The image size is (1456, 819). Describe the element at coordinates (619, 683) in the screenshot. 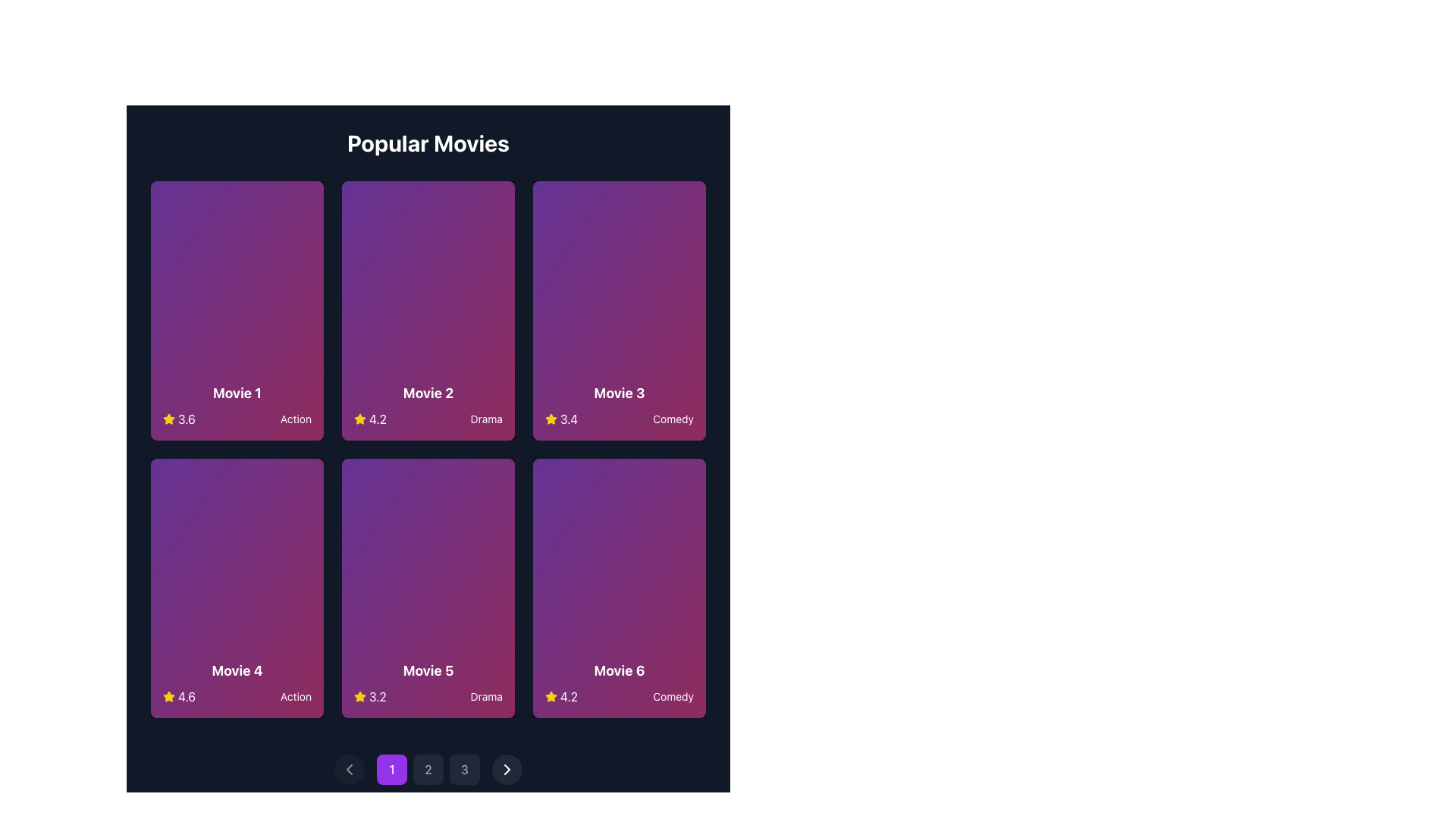

I see `the informational element displaying 'Movie 6' with a rating score of '4.2' and genre label 'Comedy'` at that location.